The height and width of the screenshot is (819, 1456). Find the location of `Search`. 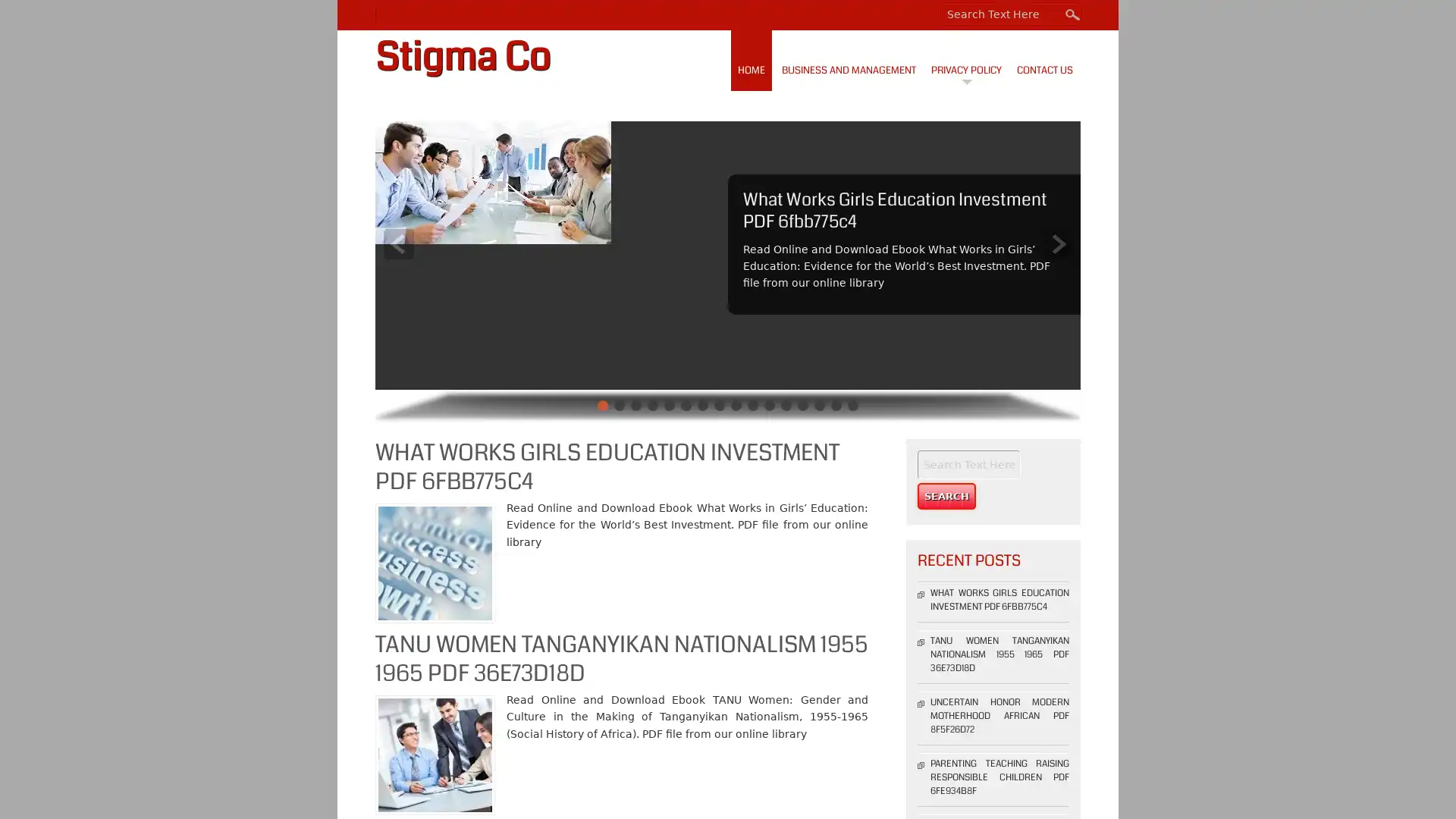

Search is located at coordinates (946, 496).